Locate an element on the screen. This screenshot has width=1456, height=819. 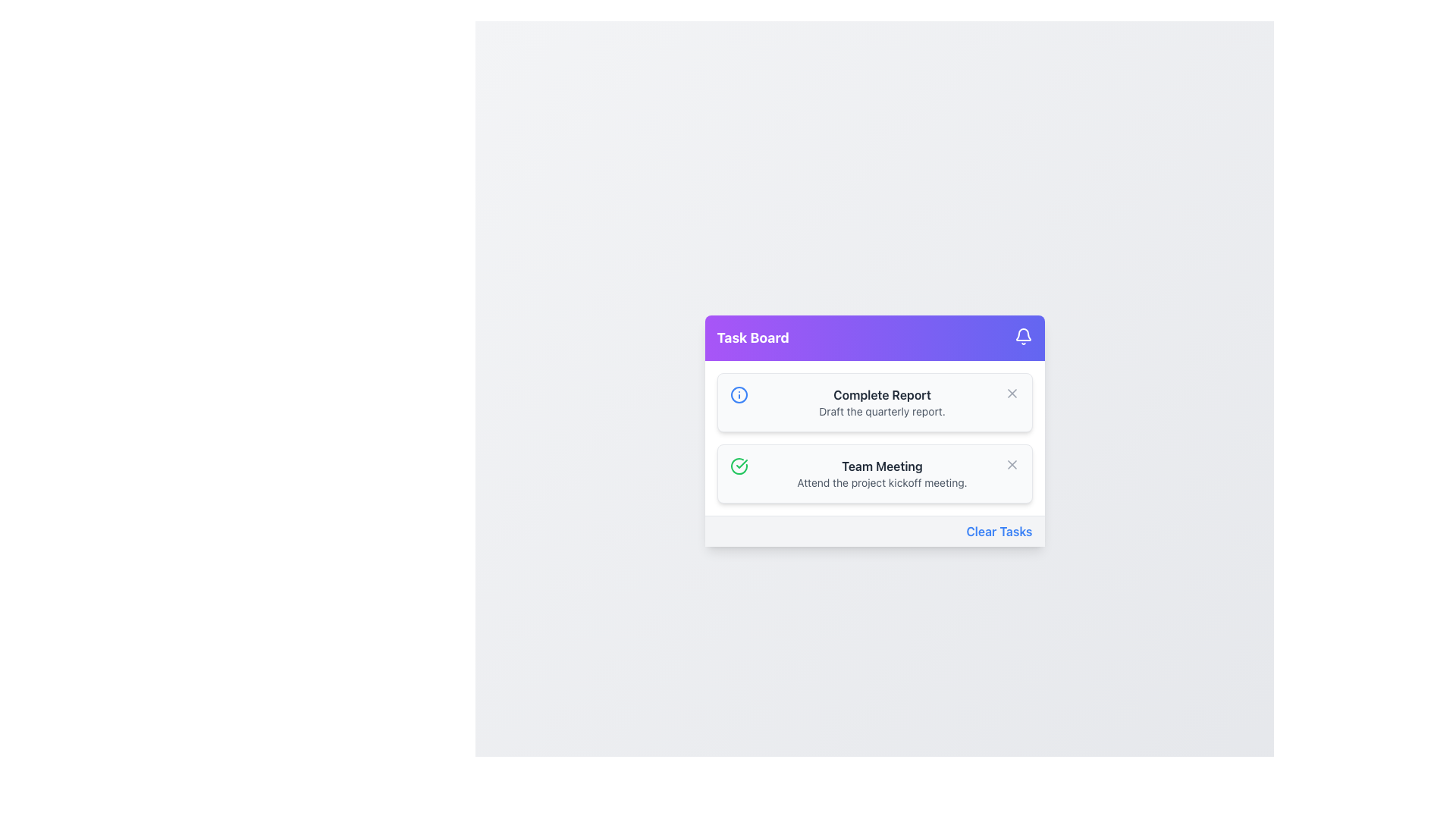
the bold text label reading 'Task Board' with a purple background and white font, located at the far left of the top header bar is located at coordinates (753, 337).